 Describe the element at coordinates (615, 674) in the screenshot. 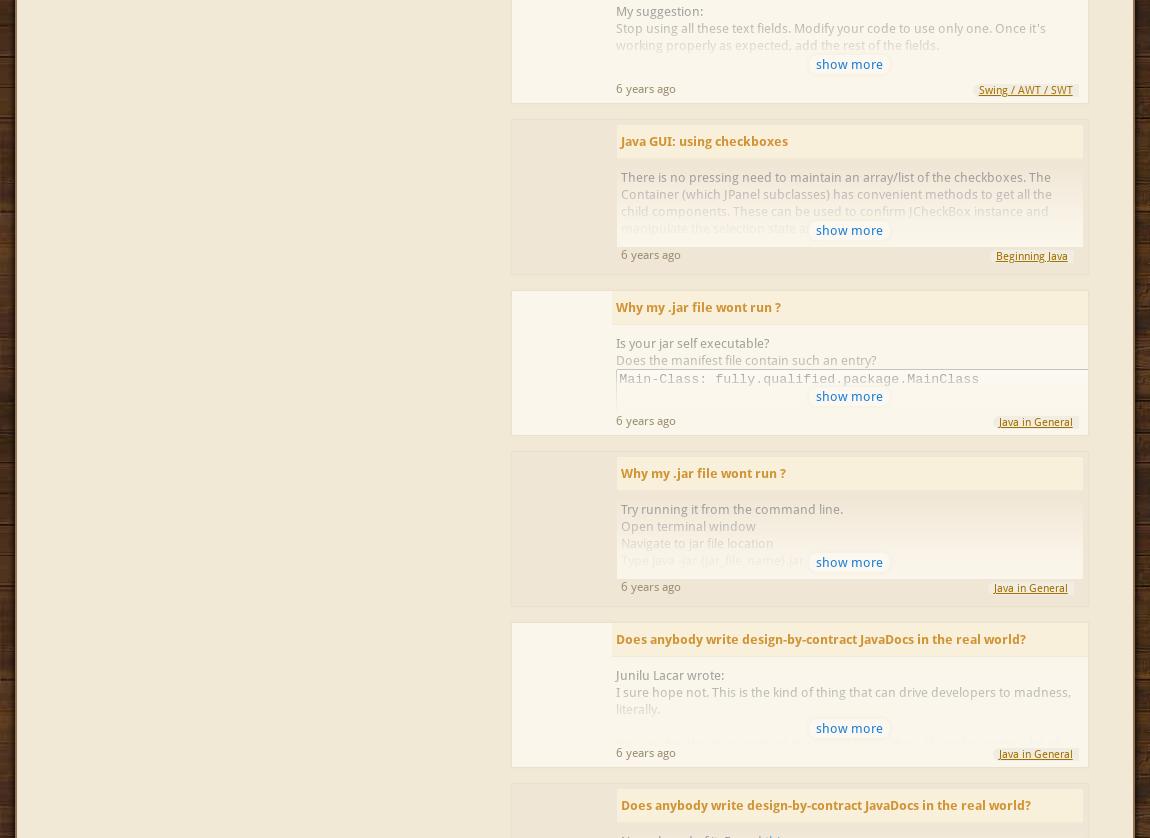

I see `'Junilu Lacar wrote:'` at that location.